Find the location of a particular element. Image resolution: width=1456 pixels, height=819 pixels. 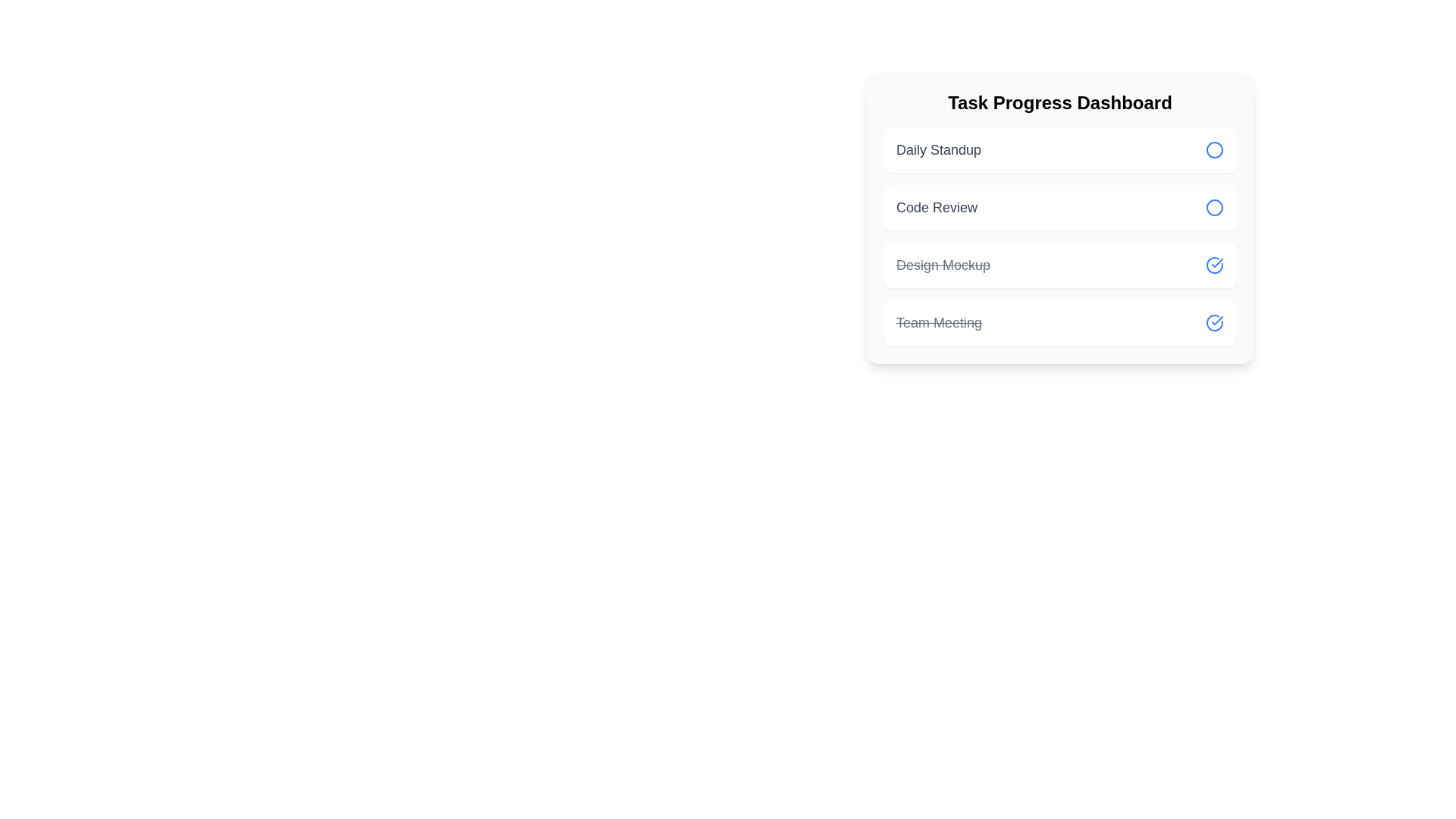

the 'Team Meeting' task item in the 'Task Progress Dashboard', which is marked as done and located below the 'Design Mockup' item is located at coordinates (1059, 322).